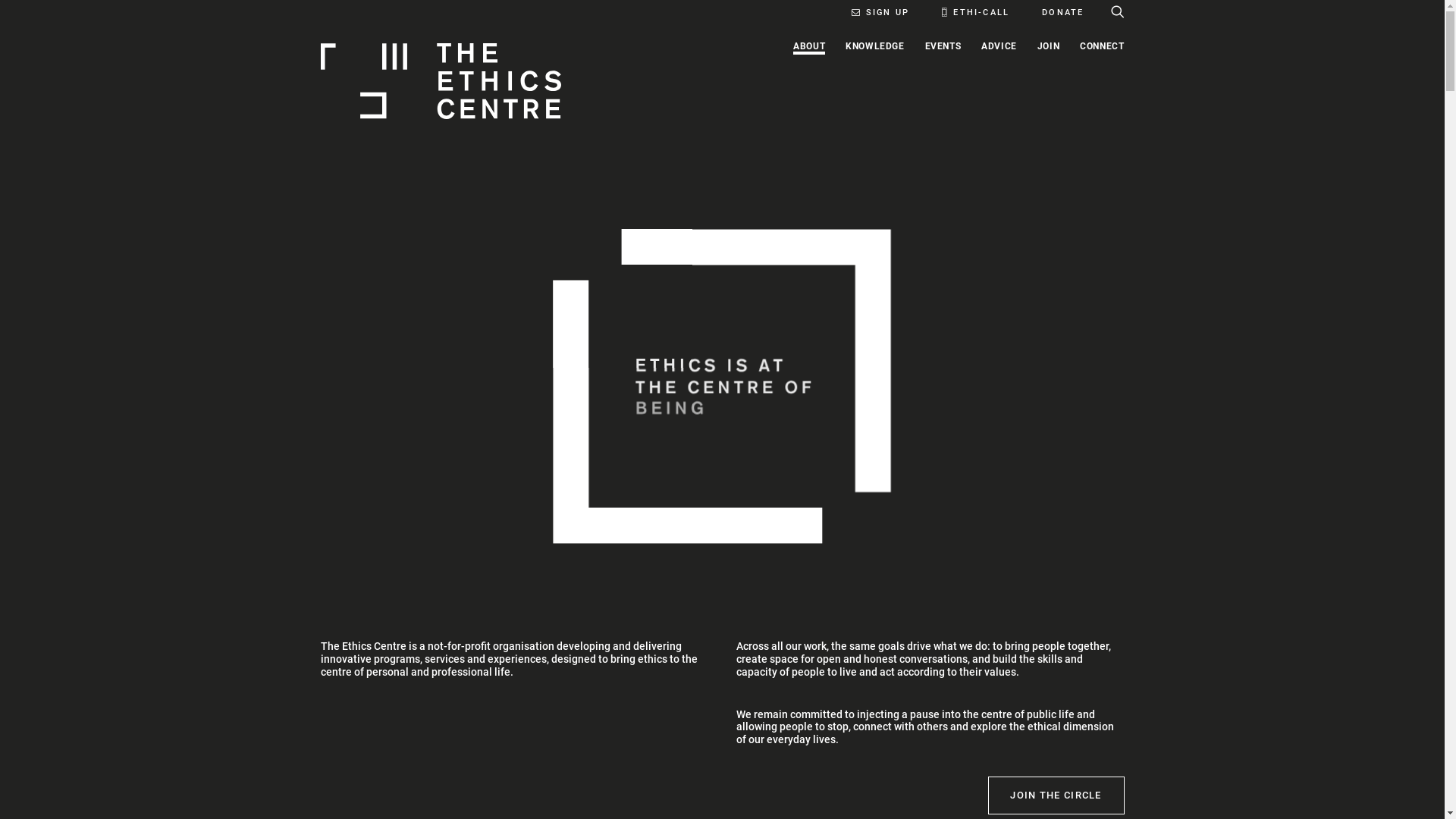 This screenshot has width=1456, height=819. Describe the element at coordinates (999, 81) in the screenshot. I see `'ADVICE'` at that location.